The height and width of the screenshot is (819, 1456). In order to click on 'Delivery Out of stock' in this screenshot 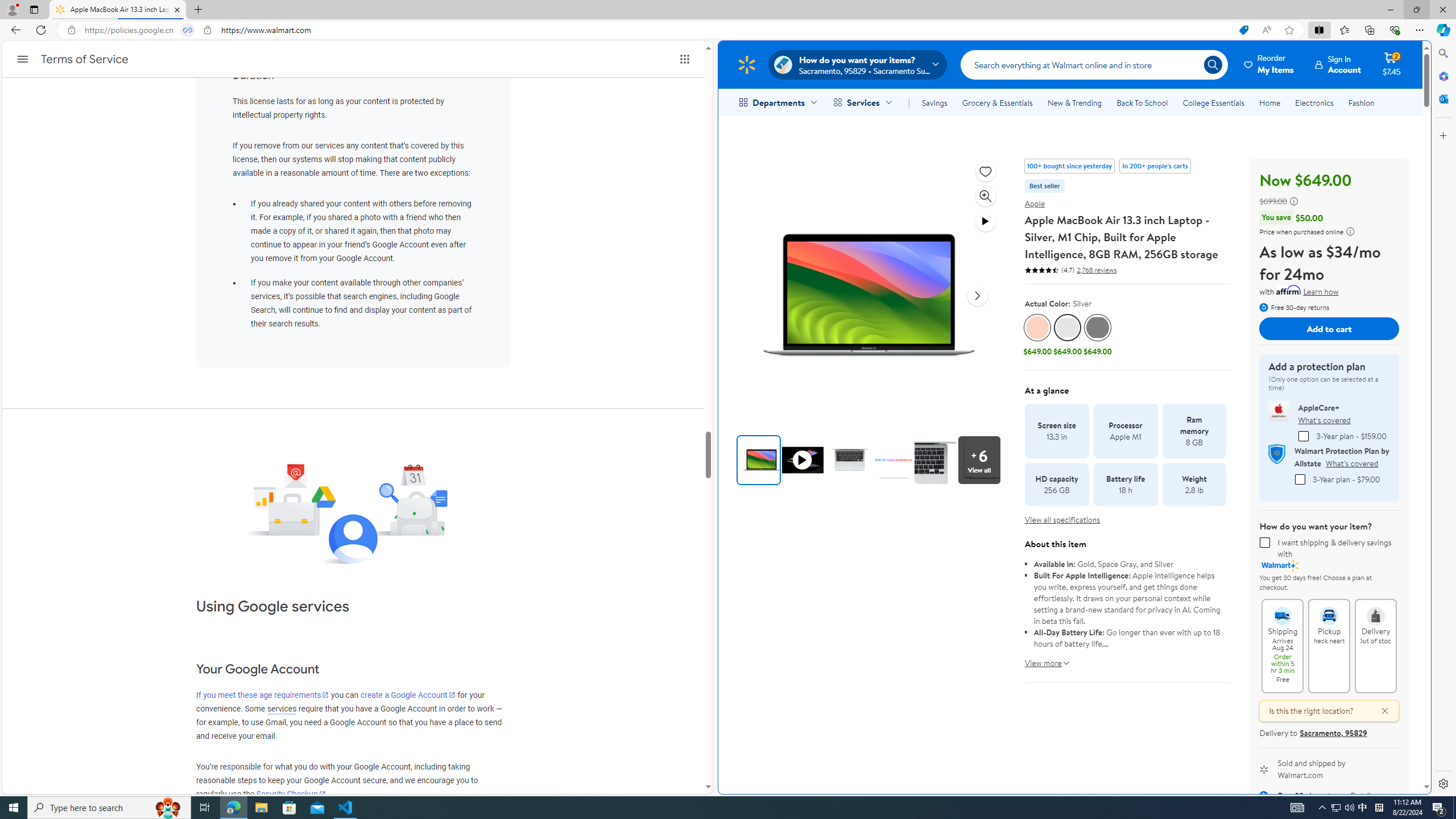, I will do `click(1375, 610)`.